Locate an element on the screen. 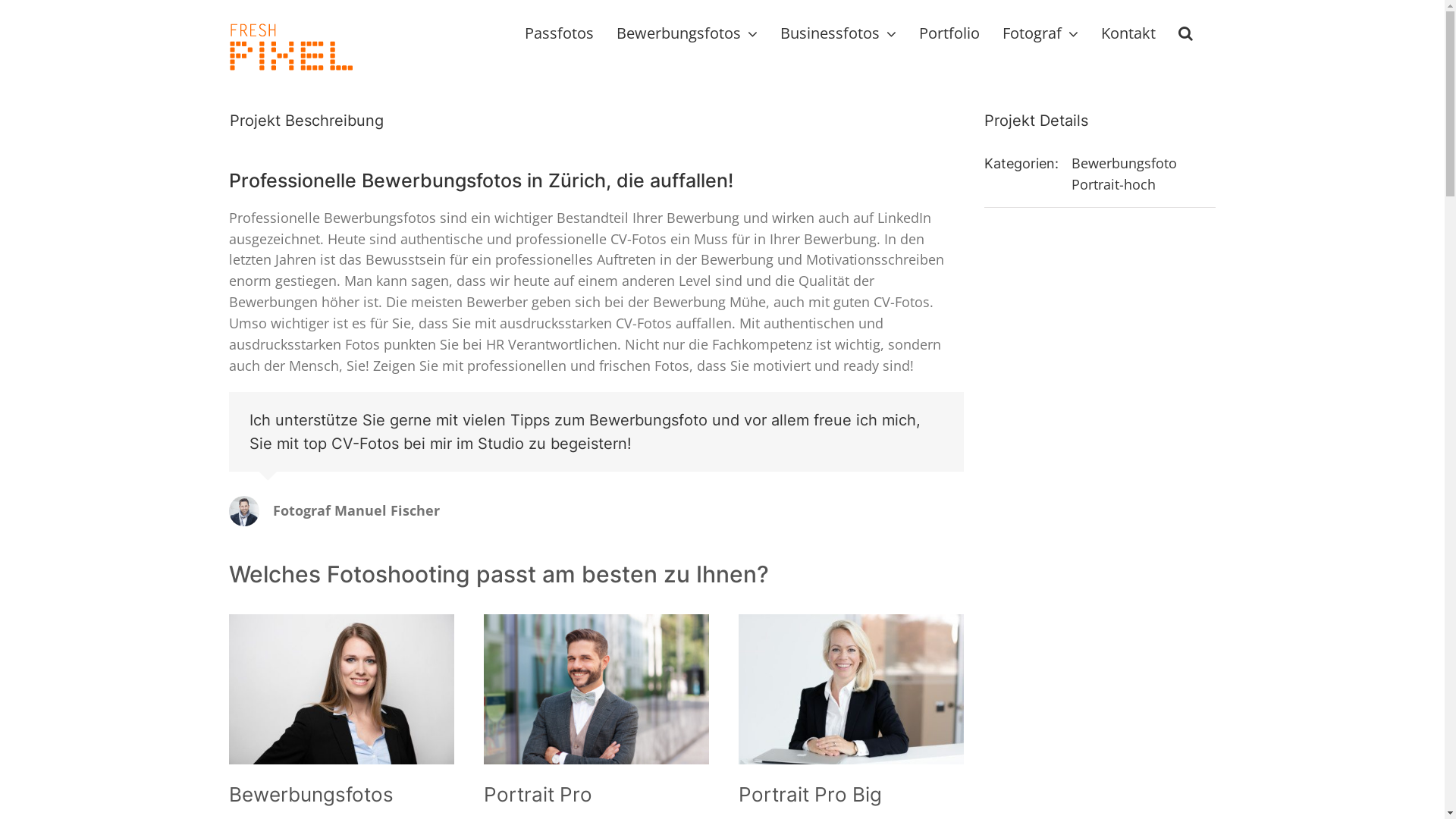 Image resolution: width=1456 pixels, height=819 pixels. 'Businessfotos' is located at coordinates (836, 32).